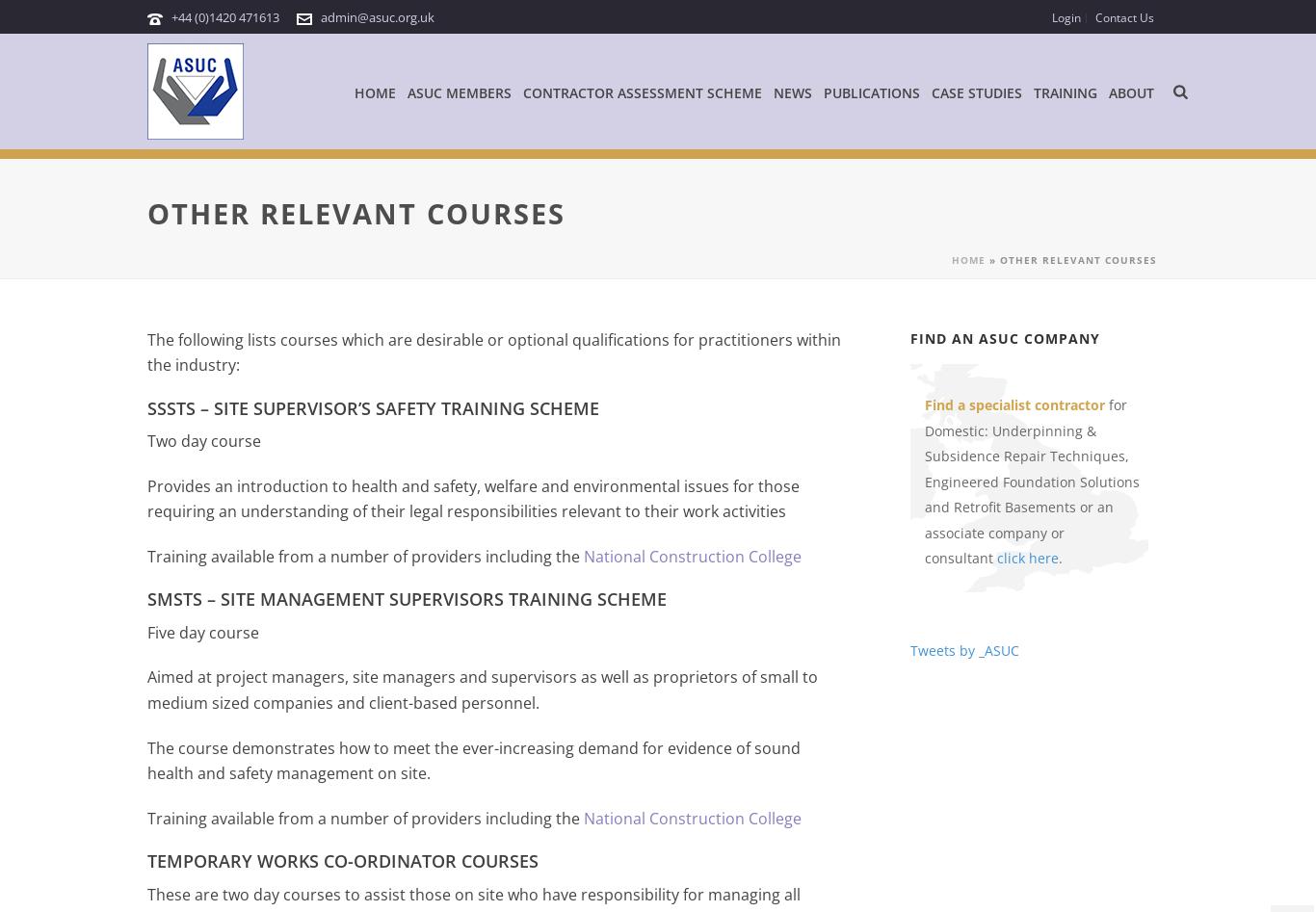 Image resolution: width=1316 pixels, height=912 pixels. I want to click on 'Find an ASUC Company', so click(909, 336).